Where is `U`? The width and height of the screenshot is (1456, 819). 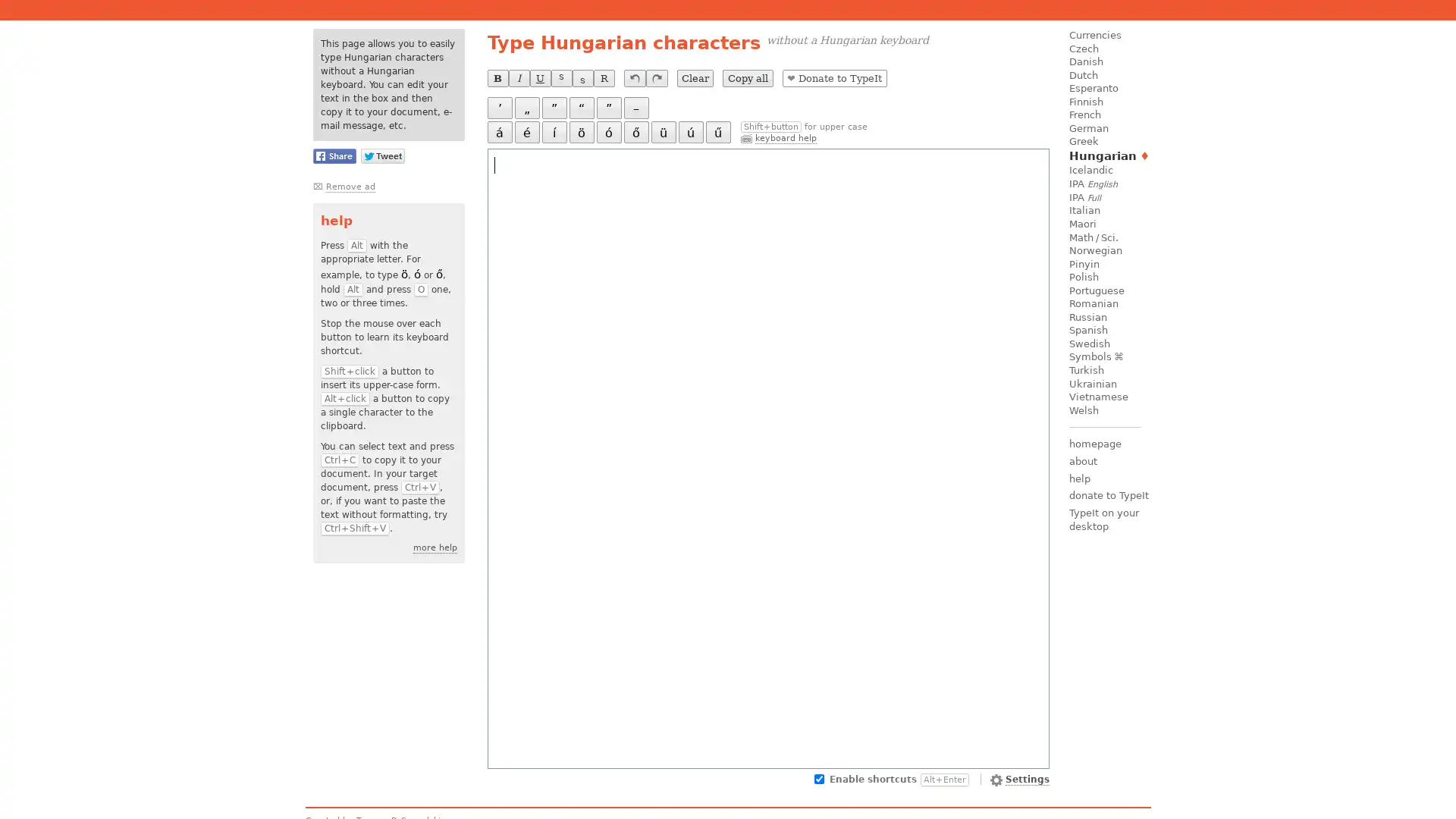
U is located at coordinates (539, 78).